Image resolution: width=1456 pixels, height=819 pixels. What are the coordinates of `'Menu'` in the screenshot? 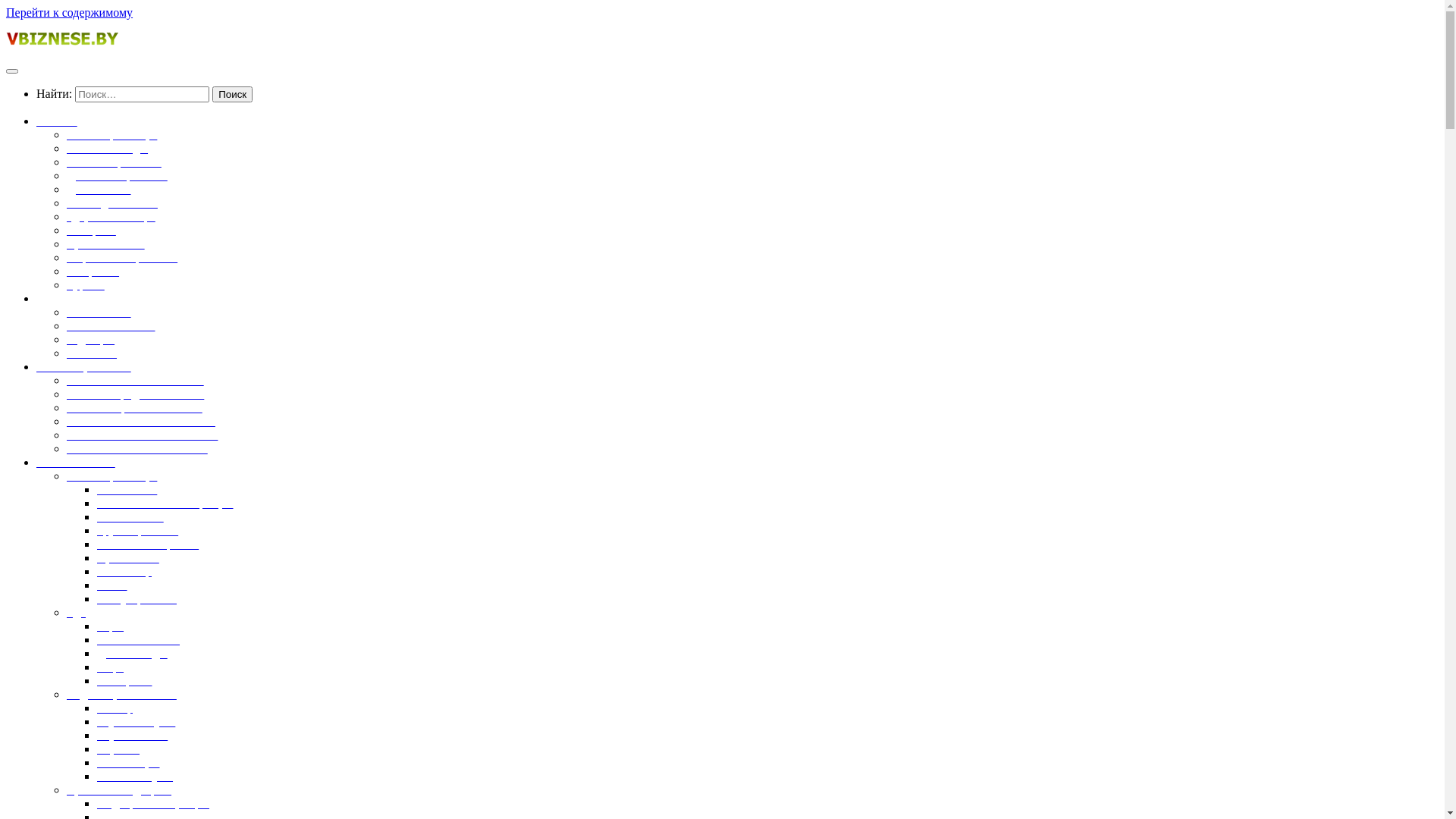 It's located at (11, 71).